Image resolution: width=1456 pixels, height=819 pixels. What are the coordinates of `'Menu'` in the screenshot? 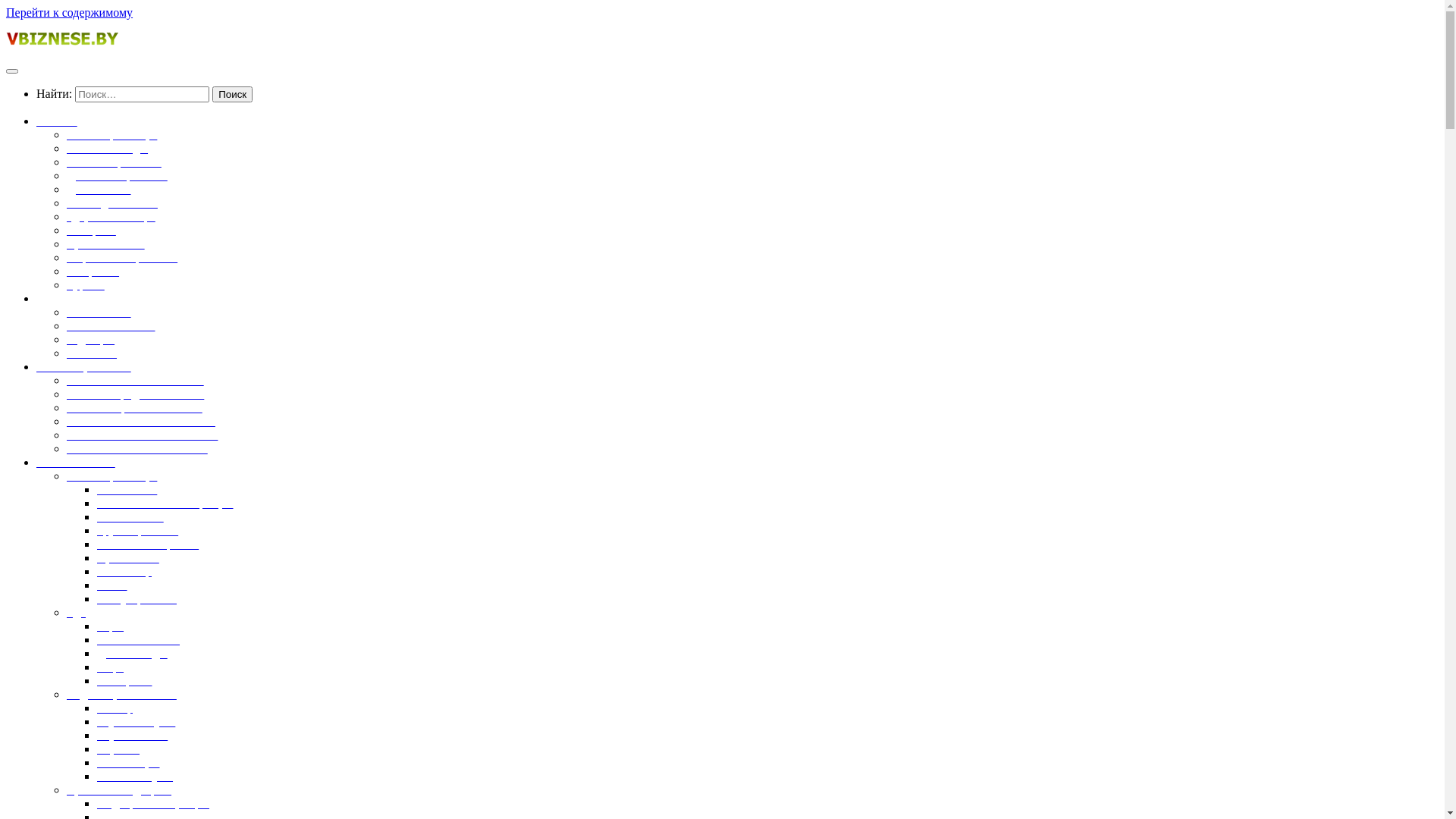 It's located at (11, 71).